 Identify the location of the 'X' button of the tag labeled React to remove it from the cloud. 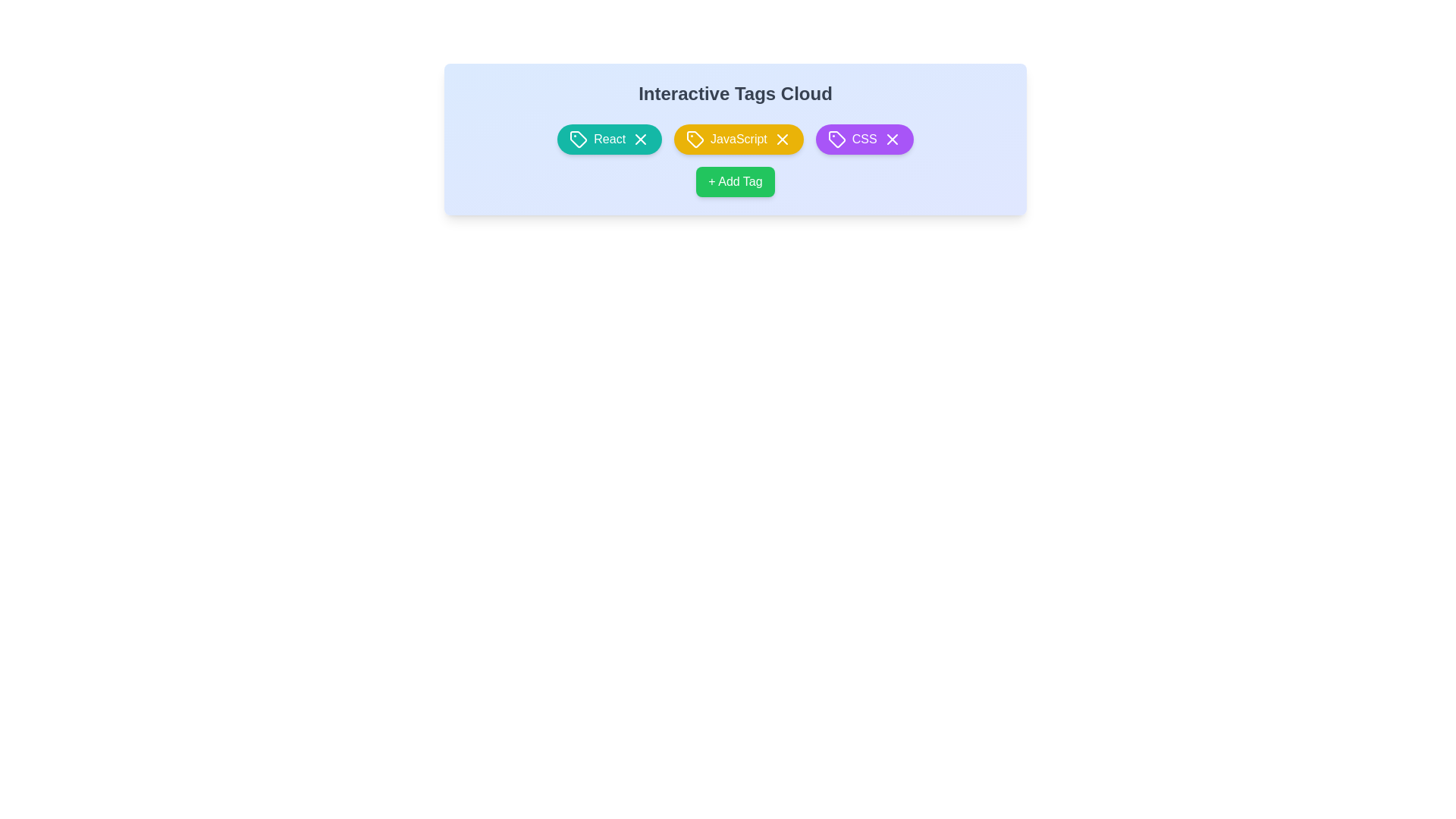
(641, 140).